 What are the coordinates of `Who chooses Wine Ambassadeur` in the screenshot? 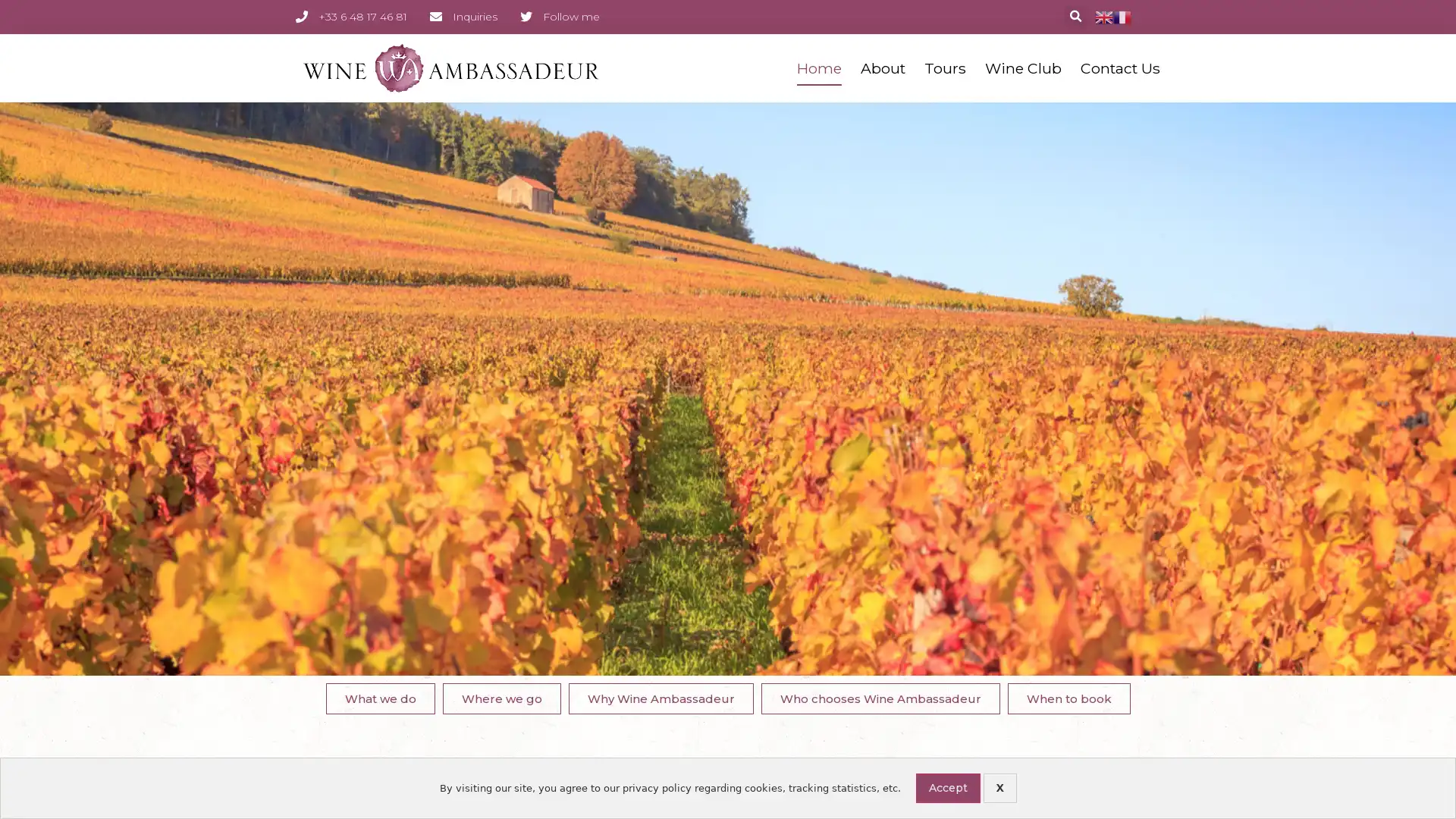 It's located at (880, 698).